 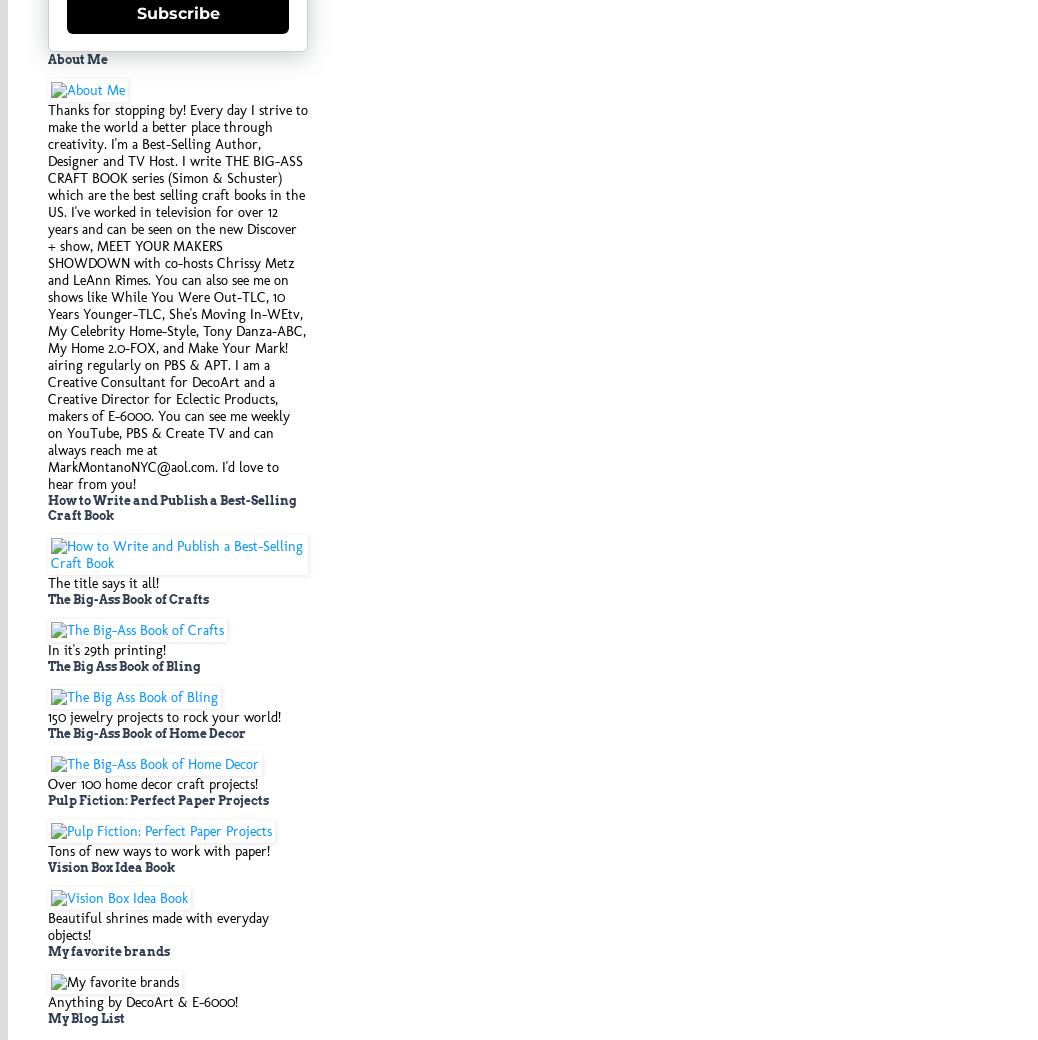 I want to click on '150 jewelry projects to rock your world!', so click(x=163, y=716).